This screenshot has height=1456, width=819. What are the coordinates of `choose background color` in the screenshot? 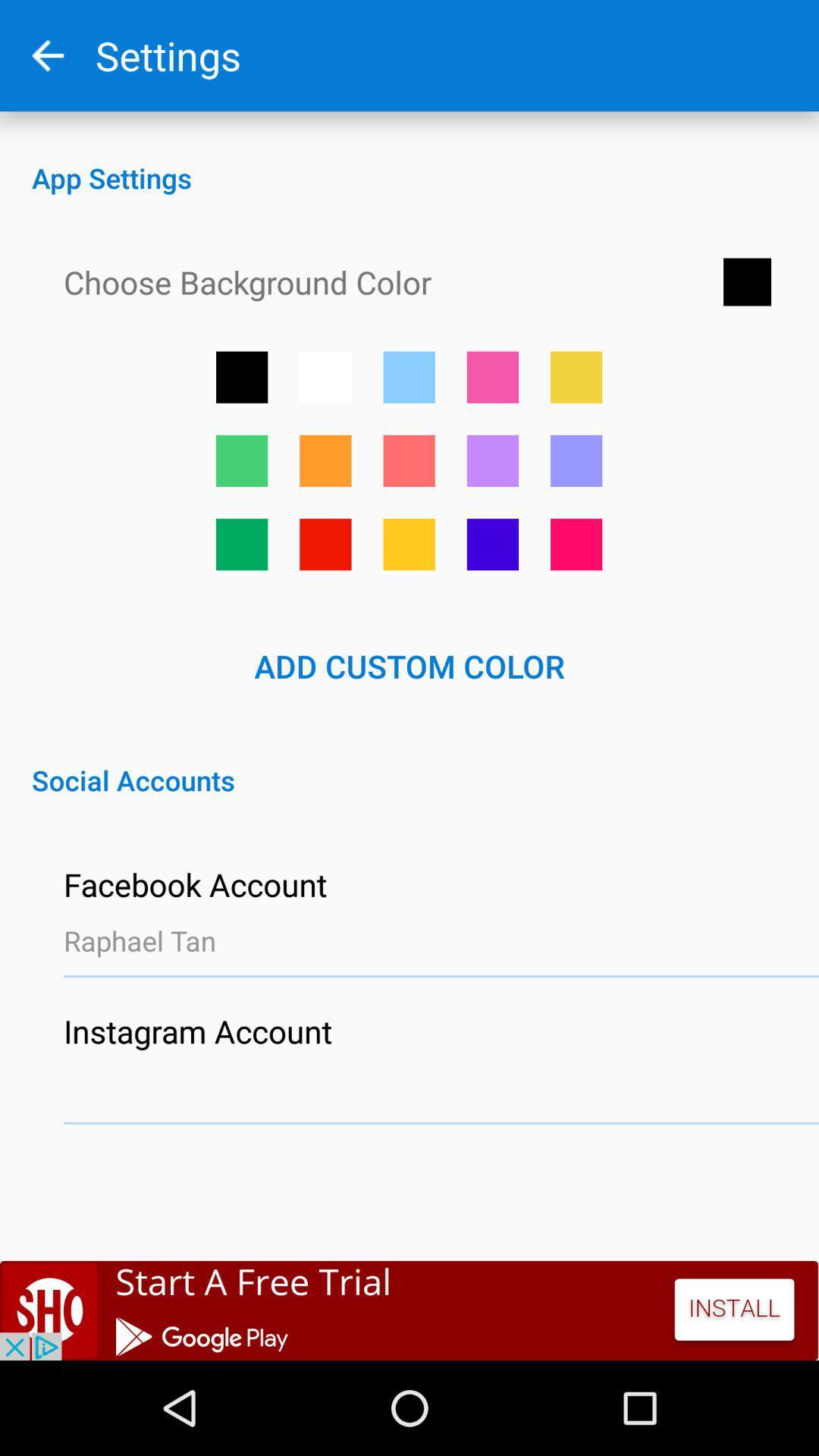 It's located at (576, 544).